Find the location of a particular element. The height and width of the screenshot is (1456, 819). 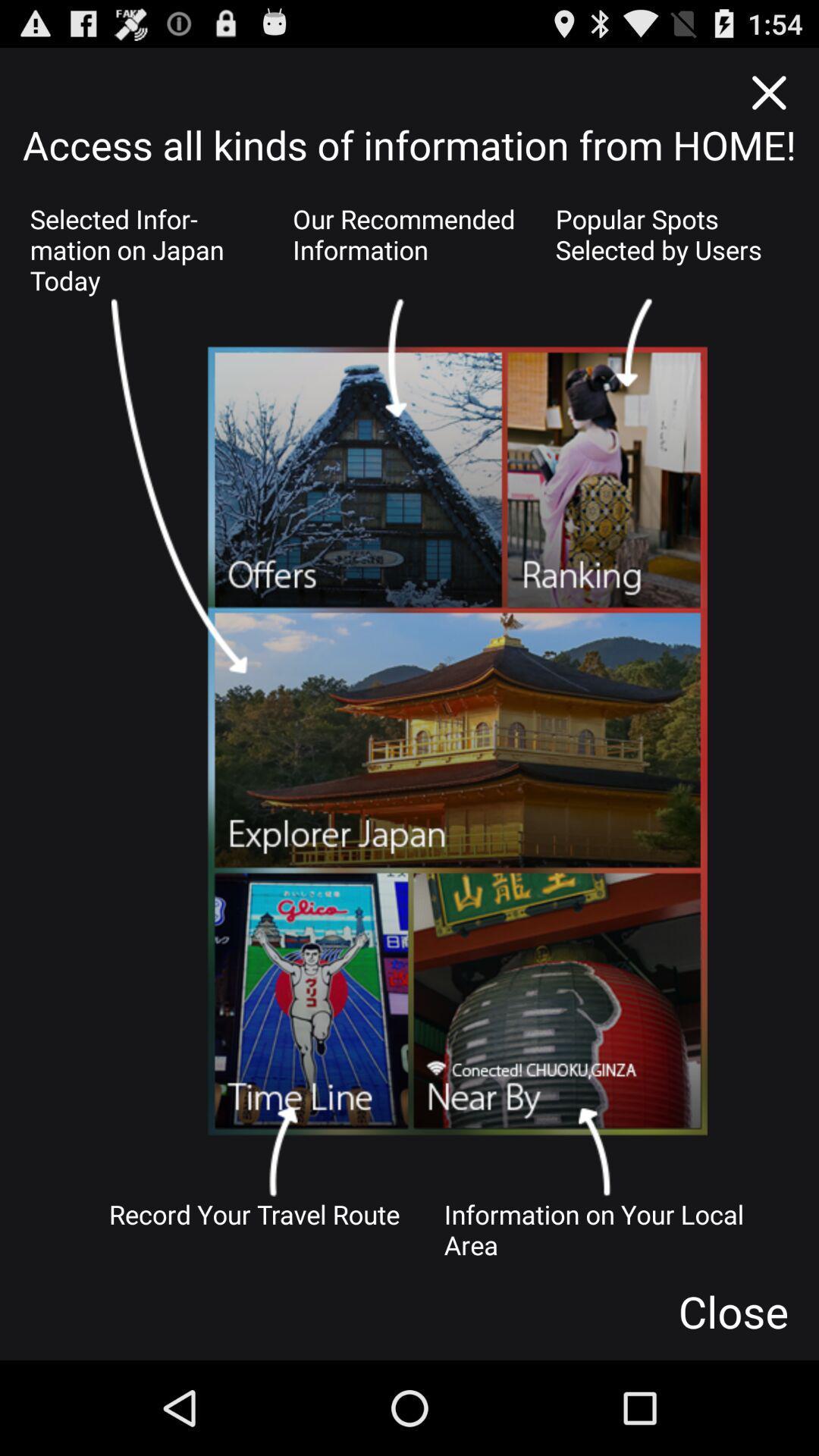

the close button is located at coordinates (733, 1310).